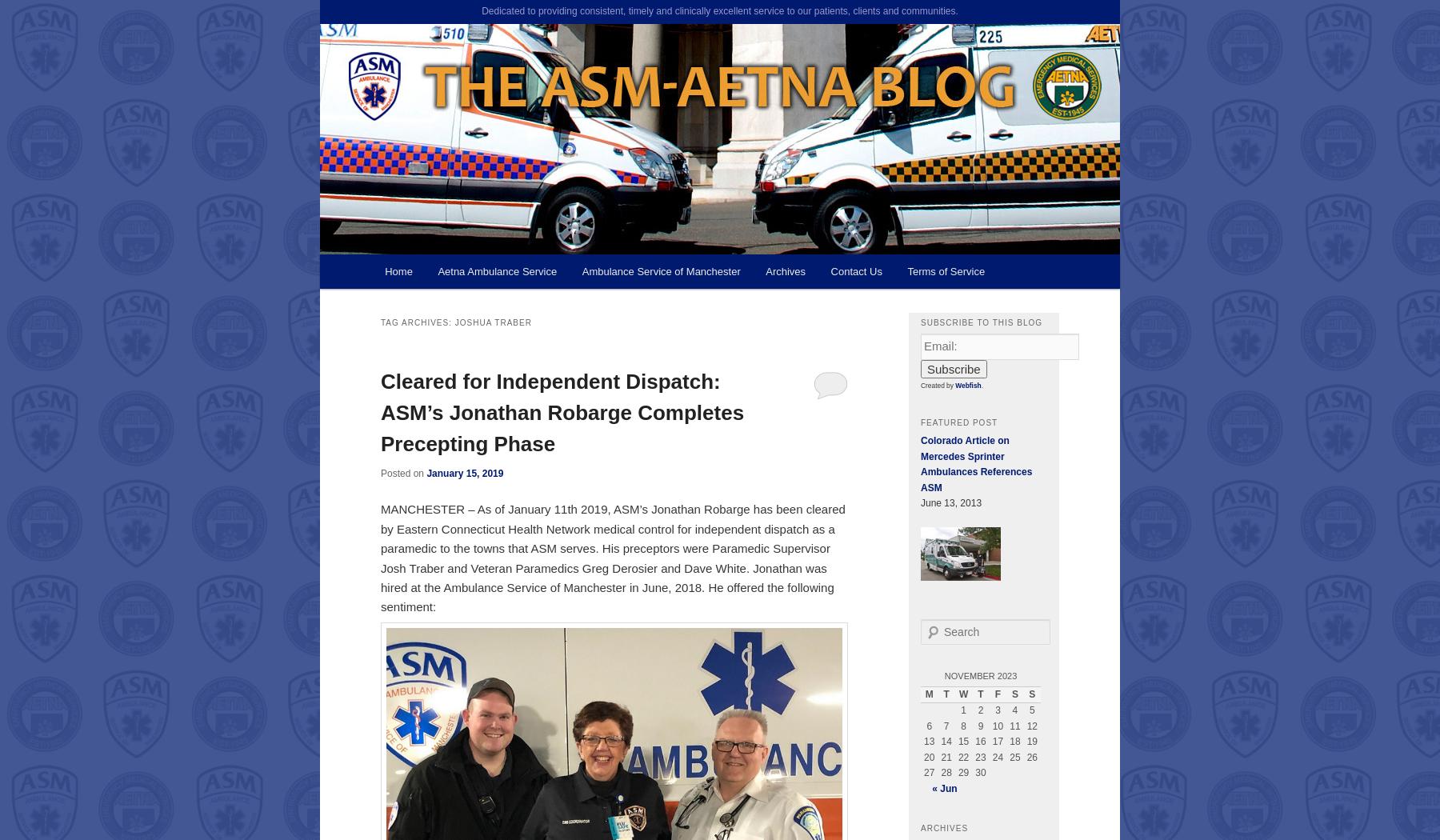 Image resolution: width=1440 pixels, height=840 pixels. I want to click on '24', so click(998, 756).